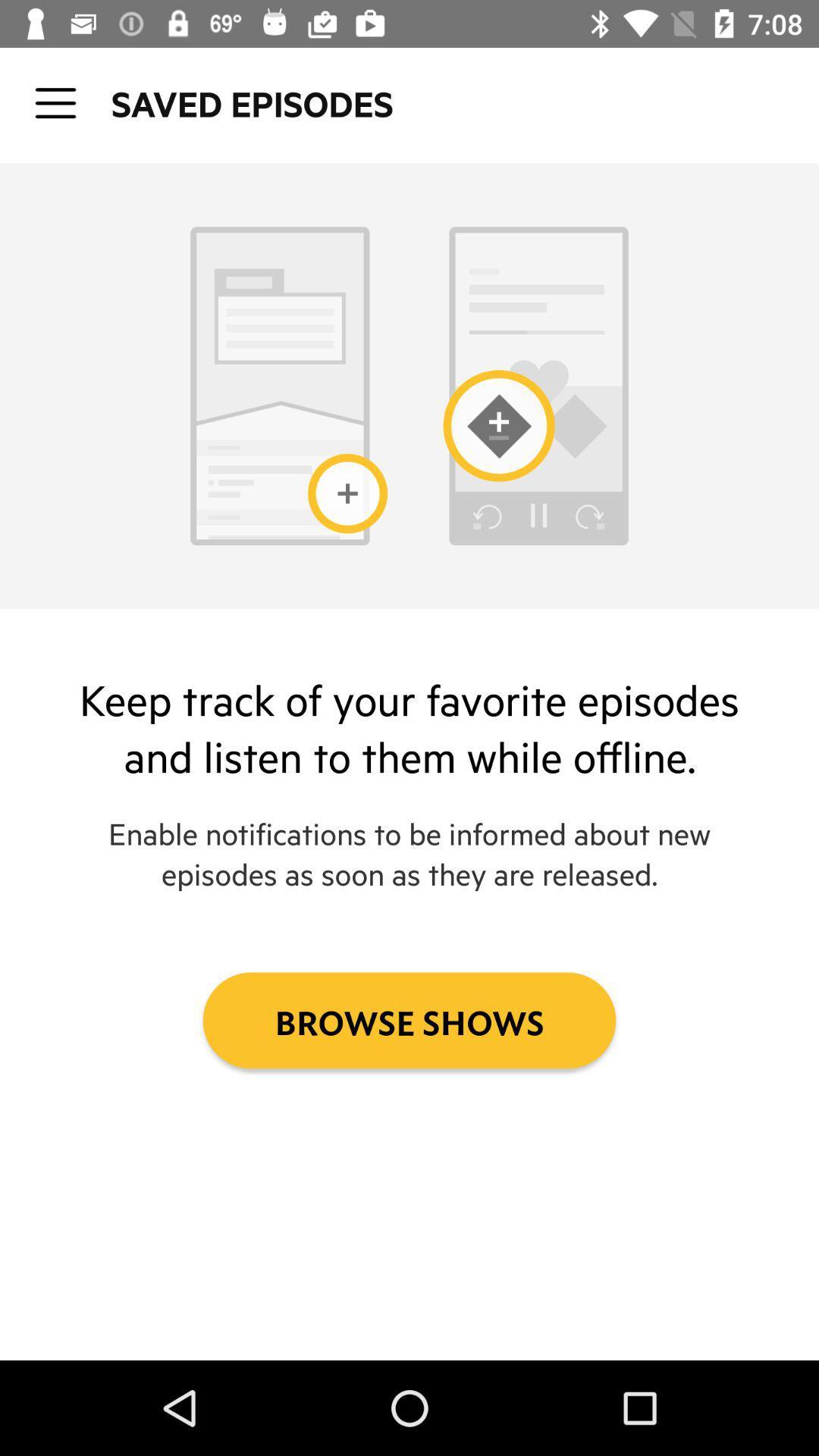 The height and width of the screenshot is (1456, 819). I want to click on menu items, so click(55, 102).